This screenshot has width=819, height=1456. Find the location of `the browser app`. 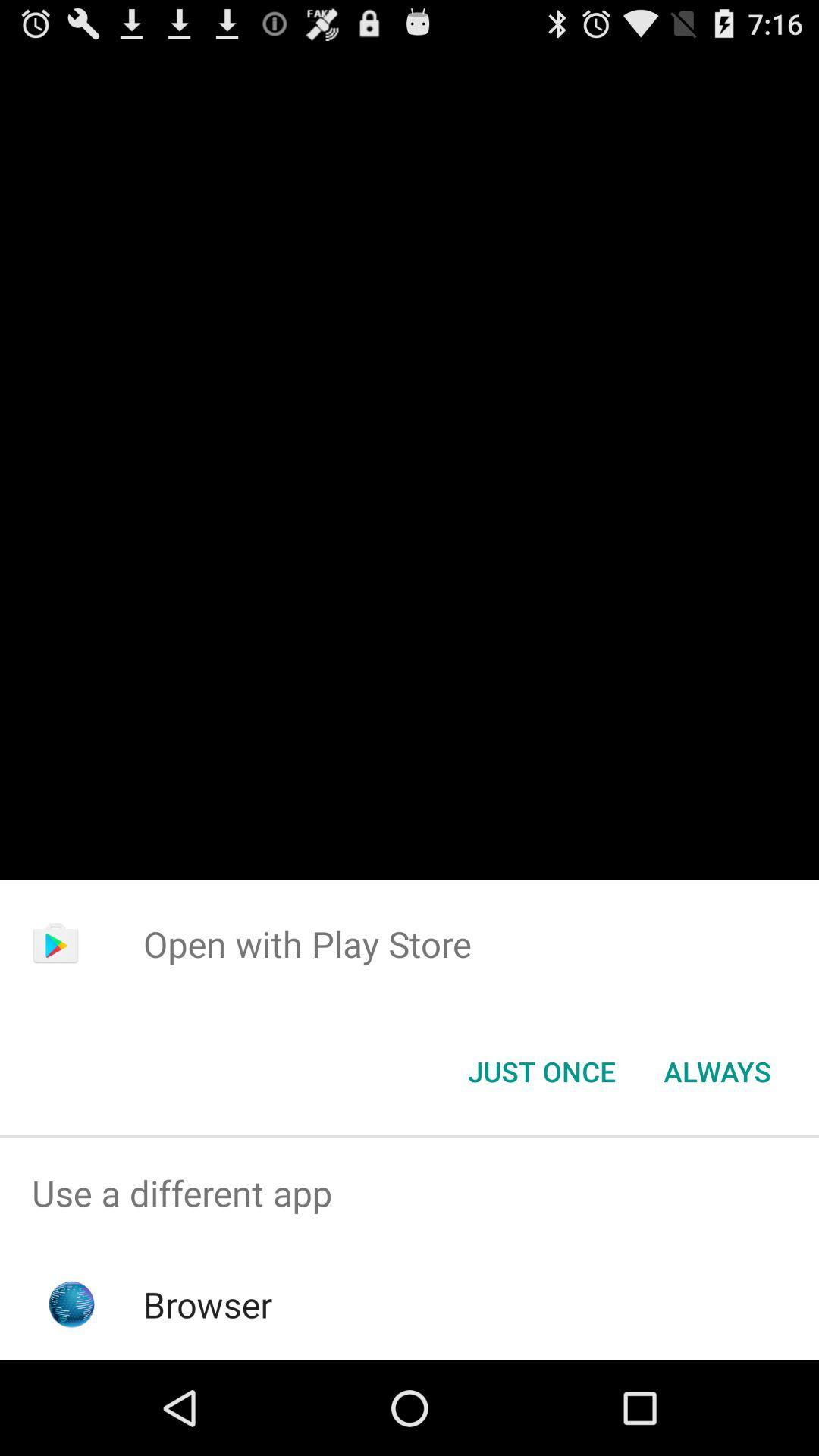

the browser app is located at coordinates (208, 1304).